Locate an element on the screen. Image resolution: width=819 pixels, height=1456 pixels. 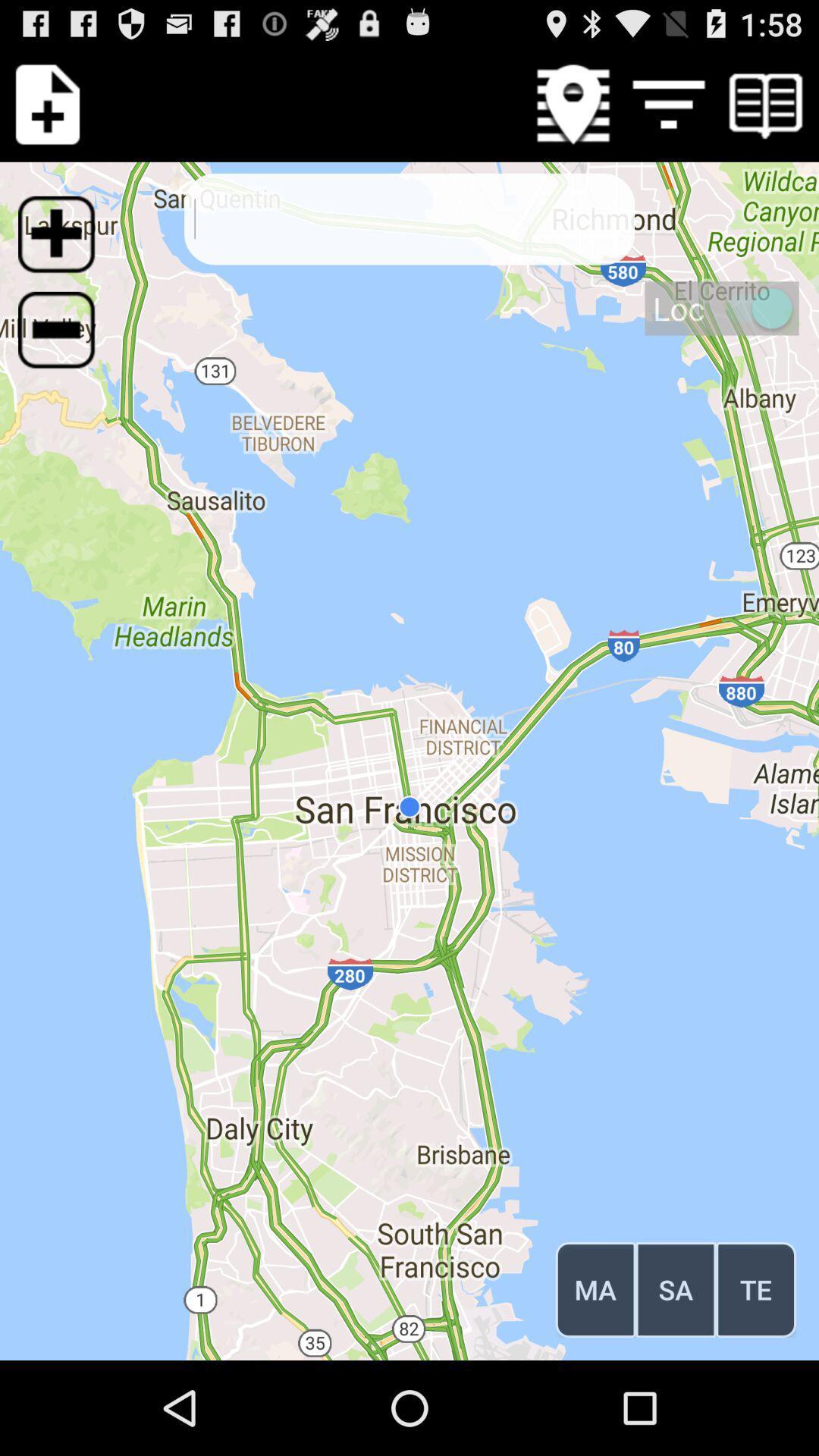
icon below the  loc icon is located at coordinates (756, 1288).